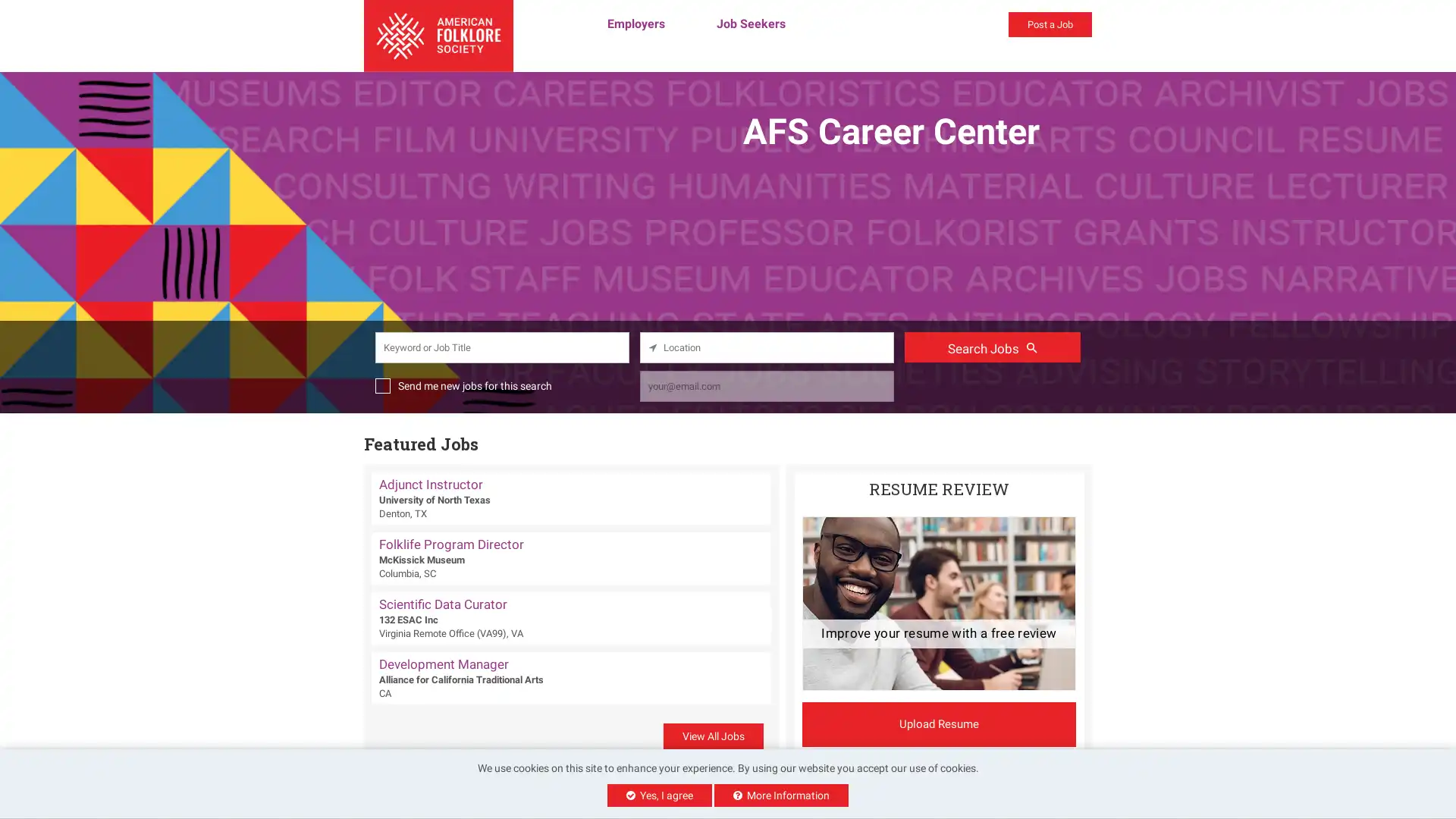 This screenshot has height=819, width=1456. Describe the element at coordinates (781, 795) in the screenshot. I see `More Information` at that location.